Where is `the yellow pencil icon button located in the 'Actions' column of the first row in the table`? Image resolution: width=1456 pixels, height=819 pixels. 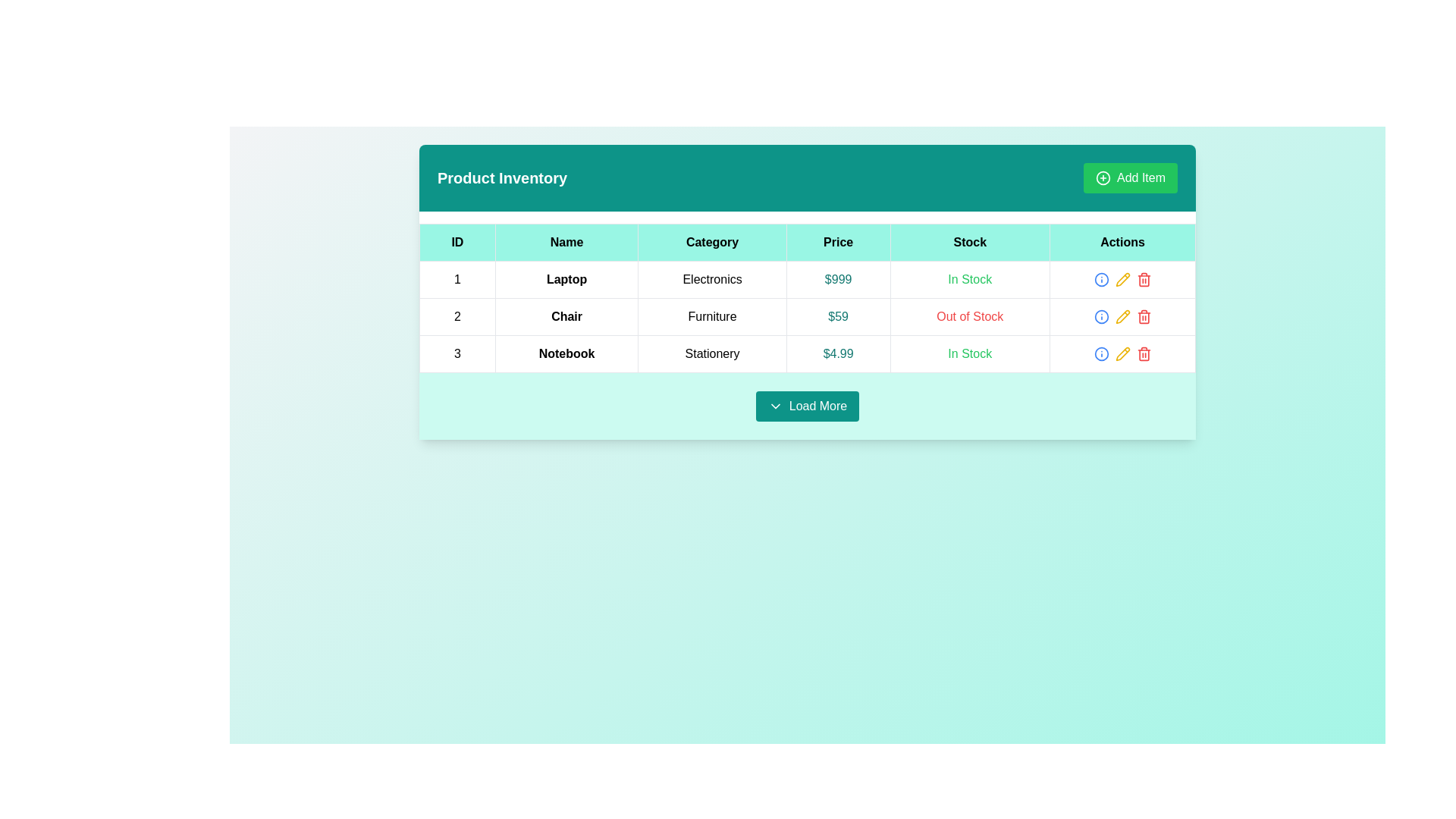
the yellow pencil icon button located in the 'Actions' column of the first row in the table is located at coordinates (1122, 280).